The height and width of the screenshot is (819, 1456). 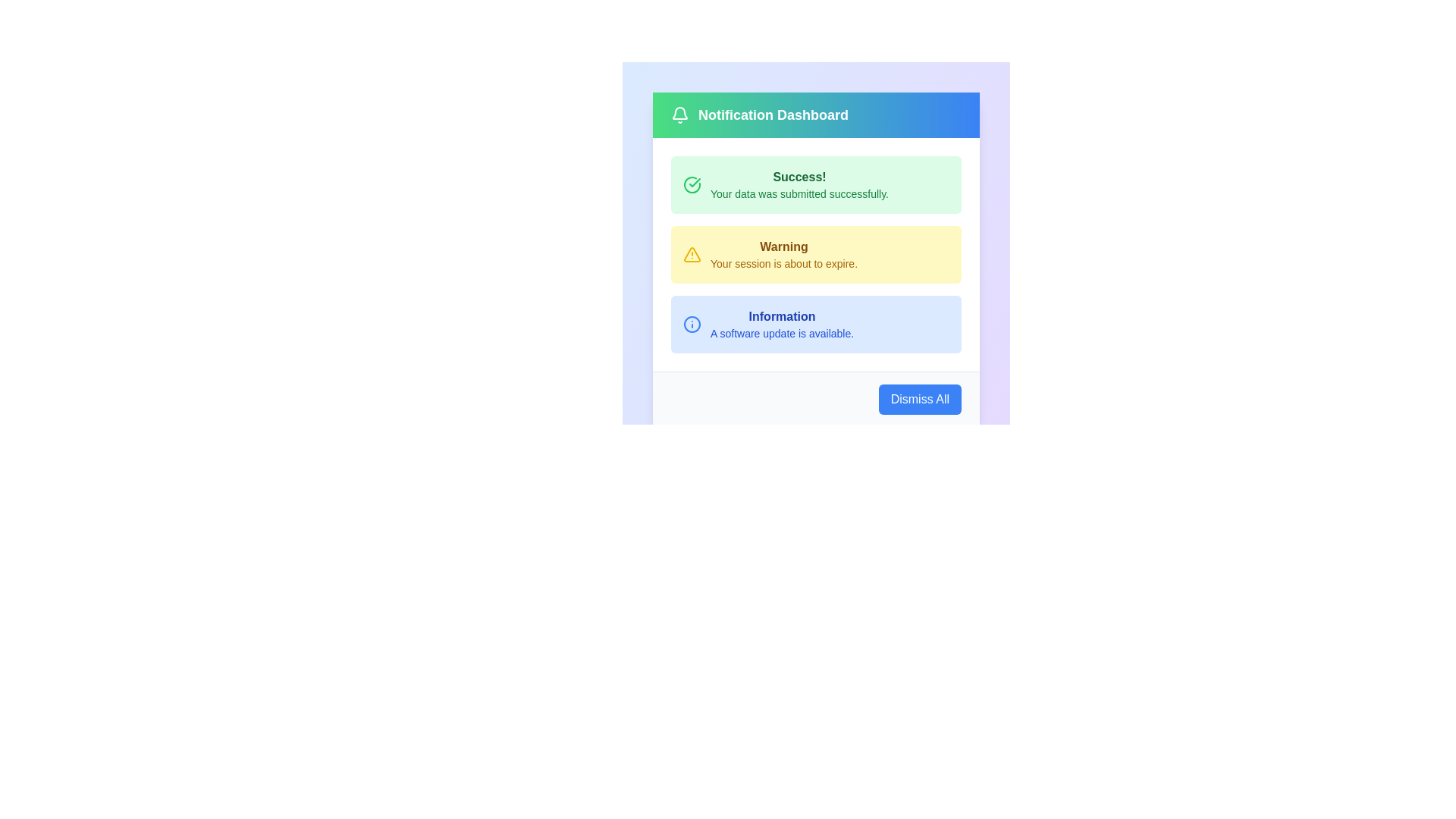 What do you see at coordinates (919, 399) in the screenshot?
I see `the 'Dismiss All' button, which is a rectangular button with a bright blue background and white text, located in the bottom-right corner of the notification layout` at bounding box center [919, 399].